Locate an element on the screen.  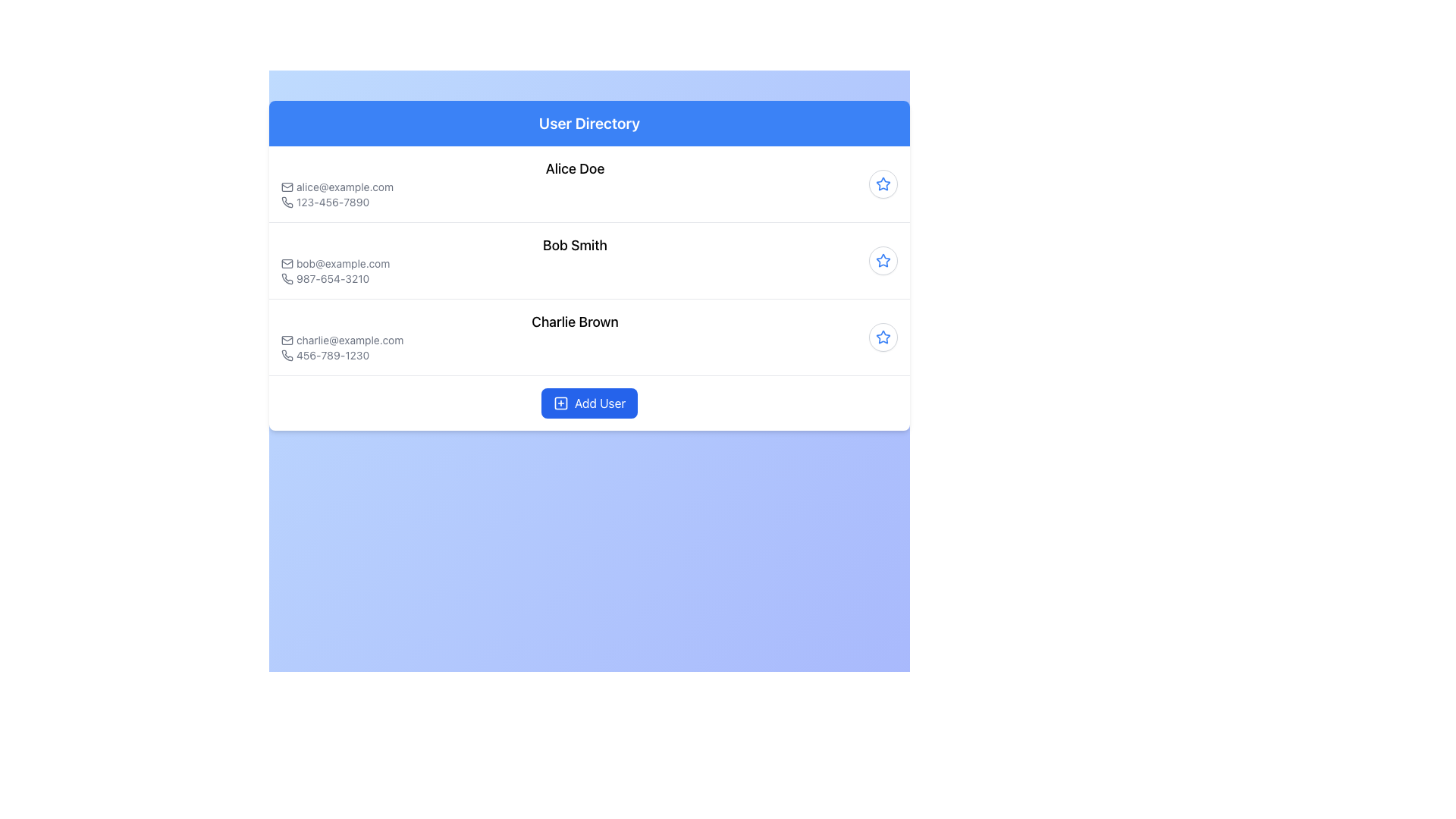
the compact envelope icon representing email, located before the email address 'bob@example.com' in the user details list is located at coordinates (287, 262).